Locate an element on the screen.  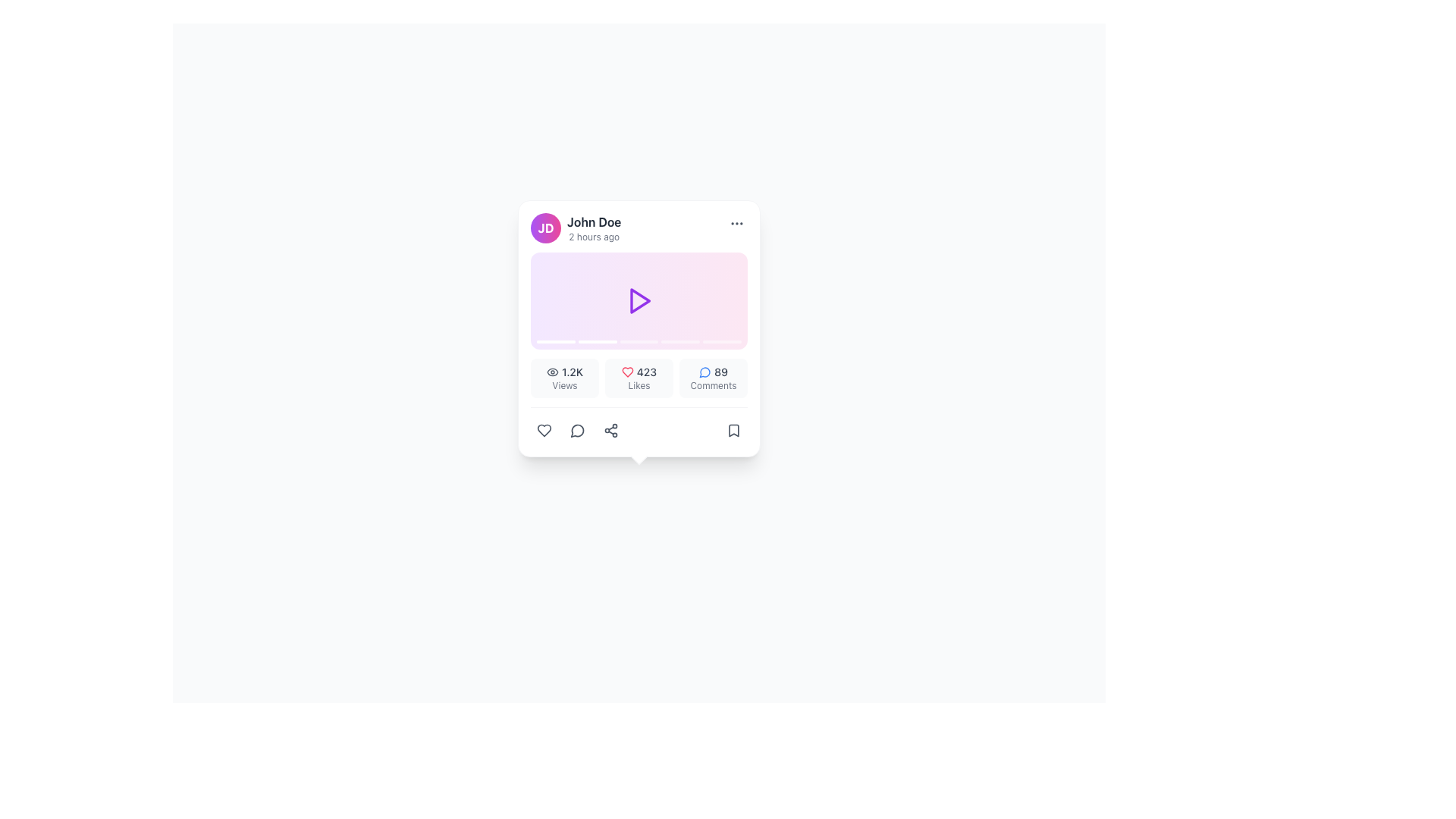
the button with a bookmark icon located at the bottom-right corner of the toolbar beneath the social media post to activate the hover effect is located at coordinates (734, 430).